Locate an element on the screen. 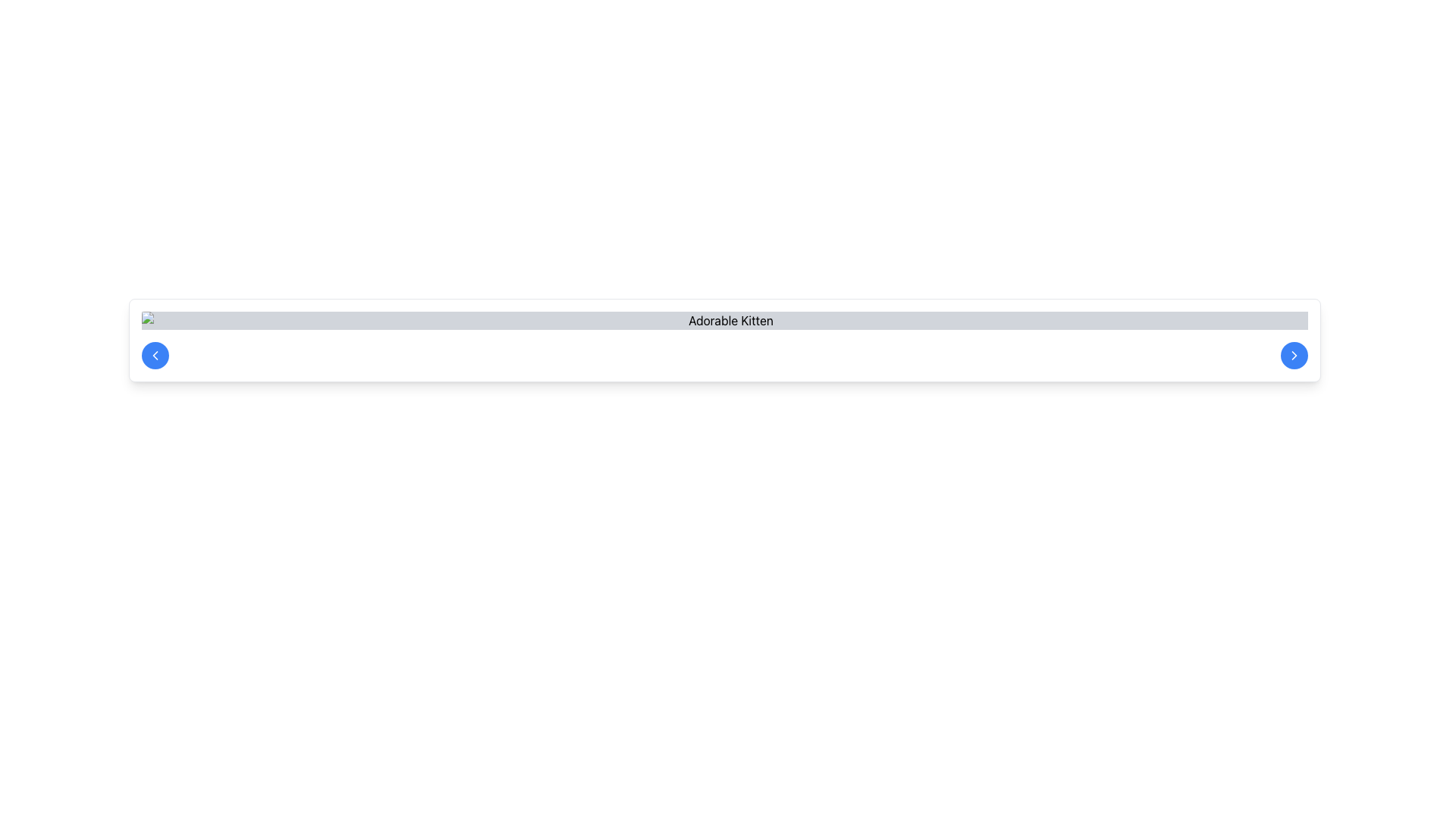 The height and width of the screenshot is (819, 1456). the left navigation control icon adjacent to the text 'Adorable Kitten' is located at coordinates (155, 356).